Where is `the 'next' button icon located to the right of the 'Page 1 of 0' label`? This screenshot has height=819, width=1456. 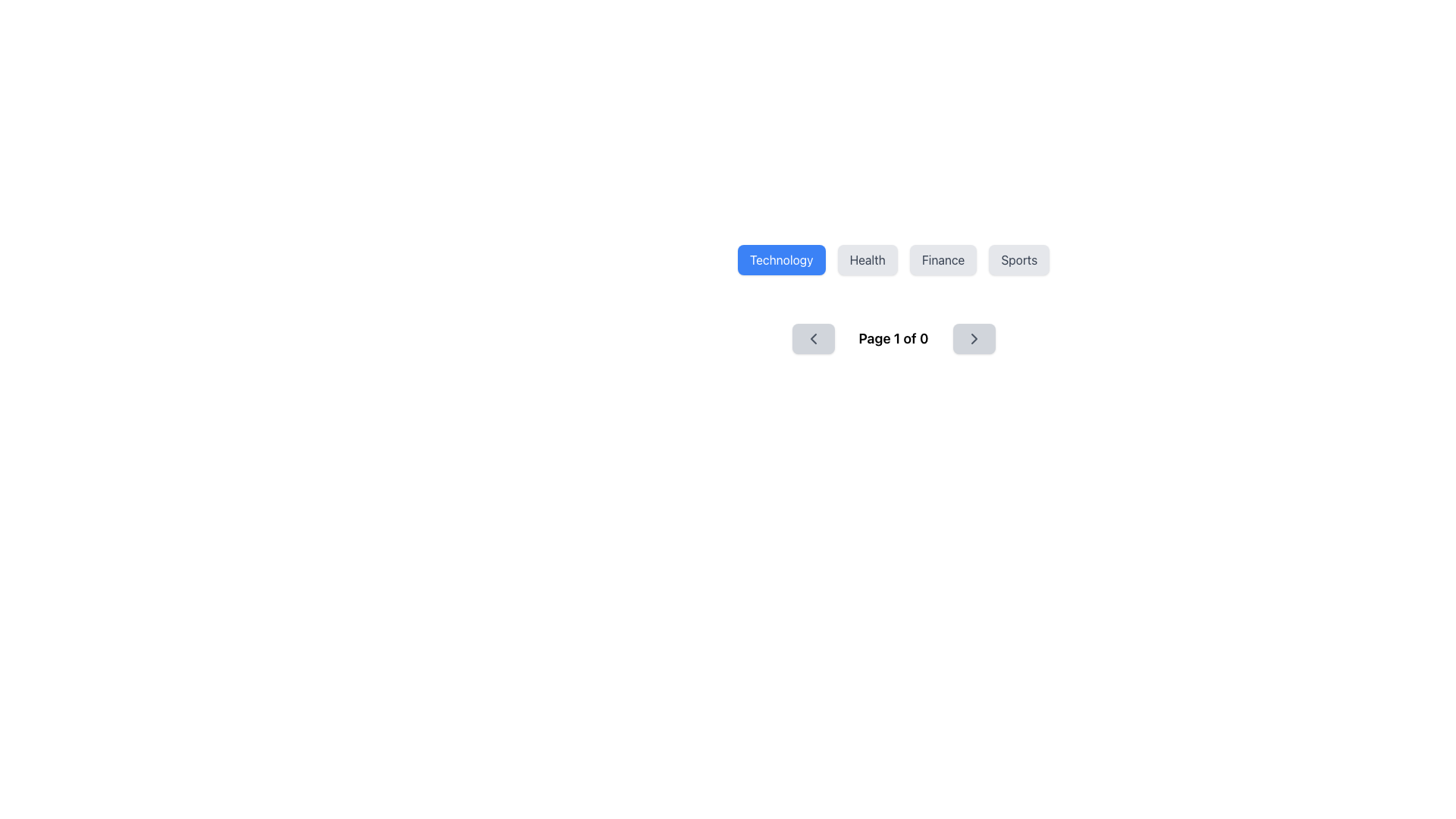
the 'next' button icon located to the right of the 'Page 1 of 0' label is located at coordinates (974, 338).